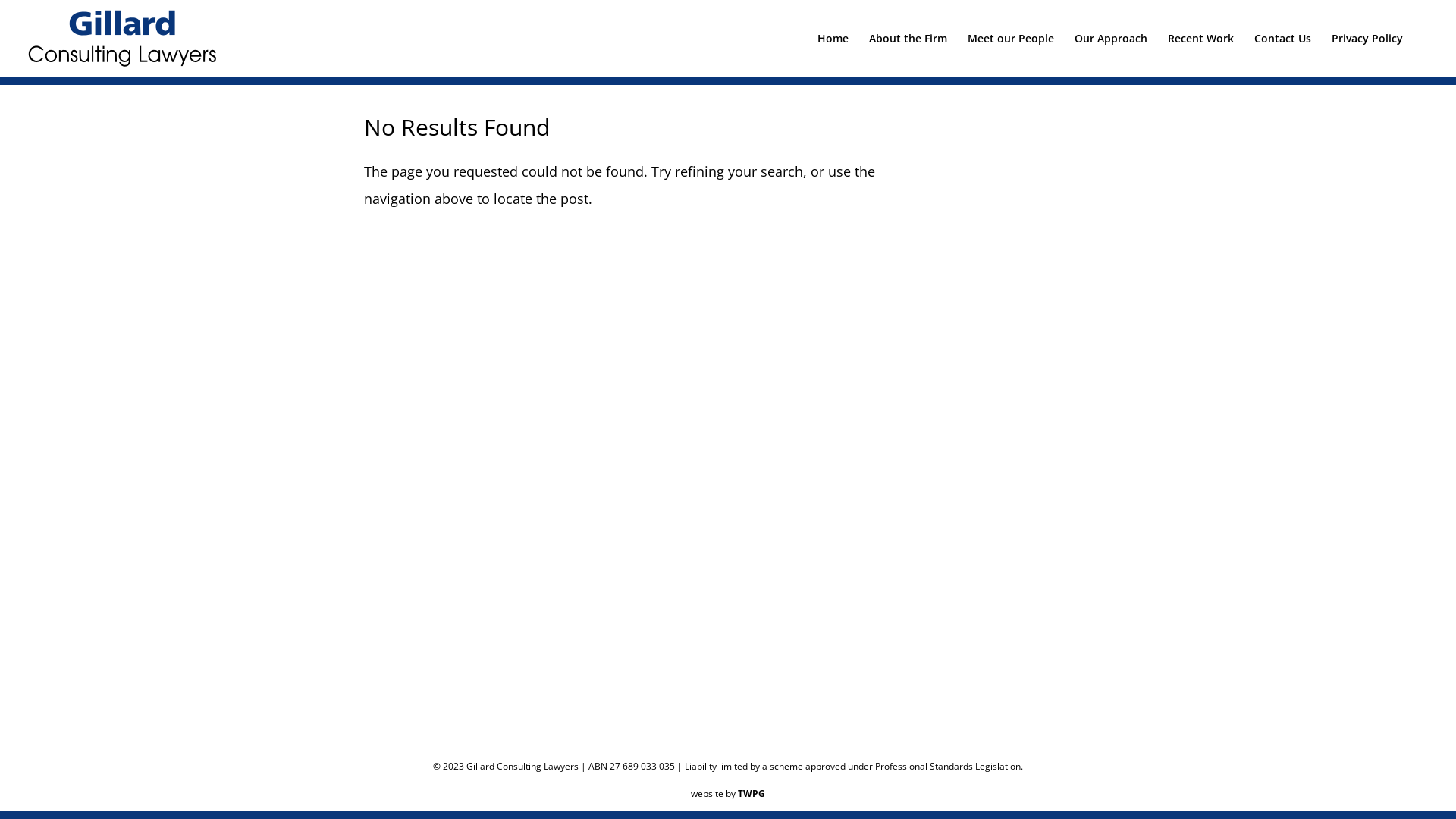 The image size is (1456, 819). Describe the element at coordinates (1200, 50) in the screenshot. I see `'Recent Work'` at that location.